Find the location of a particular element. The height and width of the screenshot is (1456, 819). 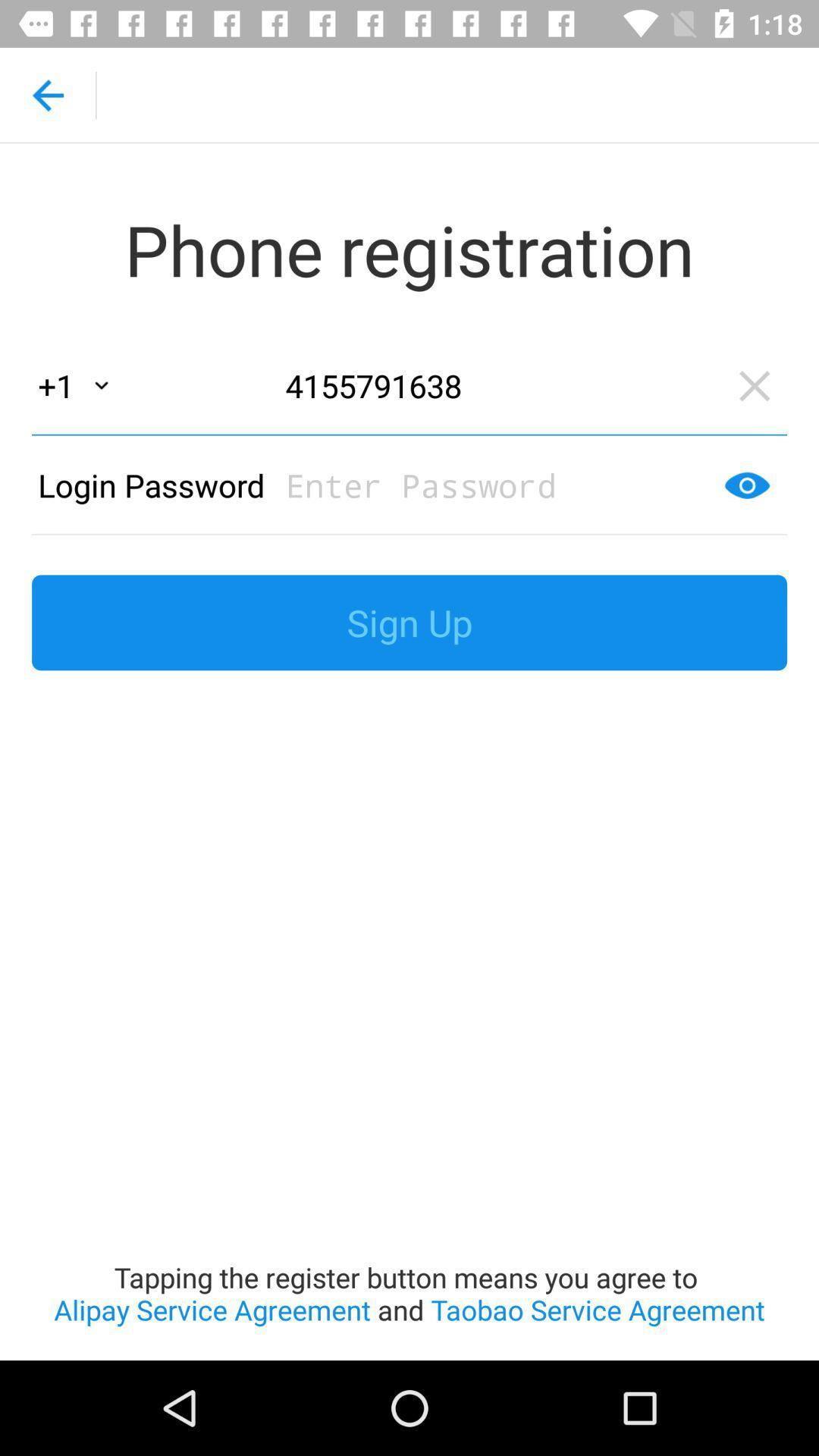

the close icon is located at coordinates (755, 385).